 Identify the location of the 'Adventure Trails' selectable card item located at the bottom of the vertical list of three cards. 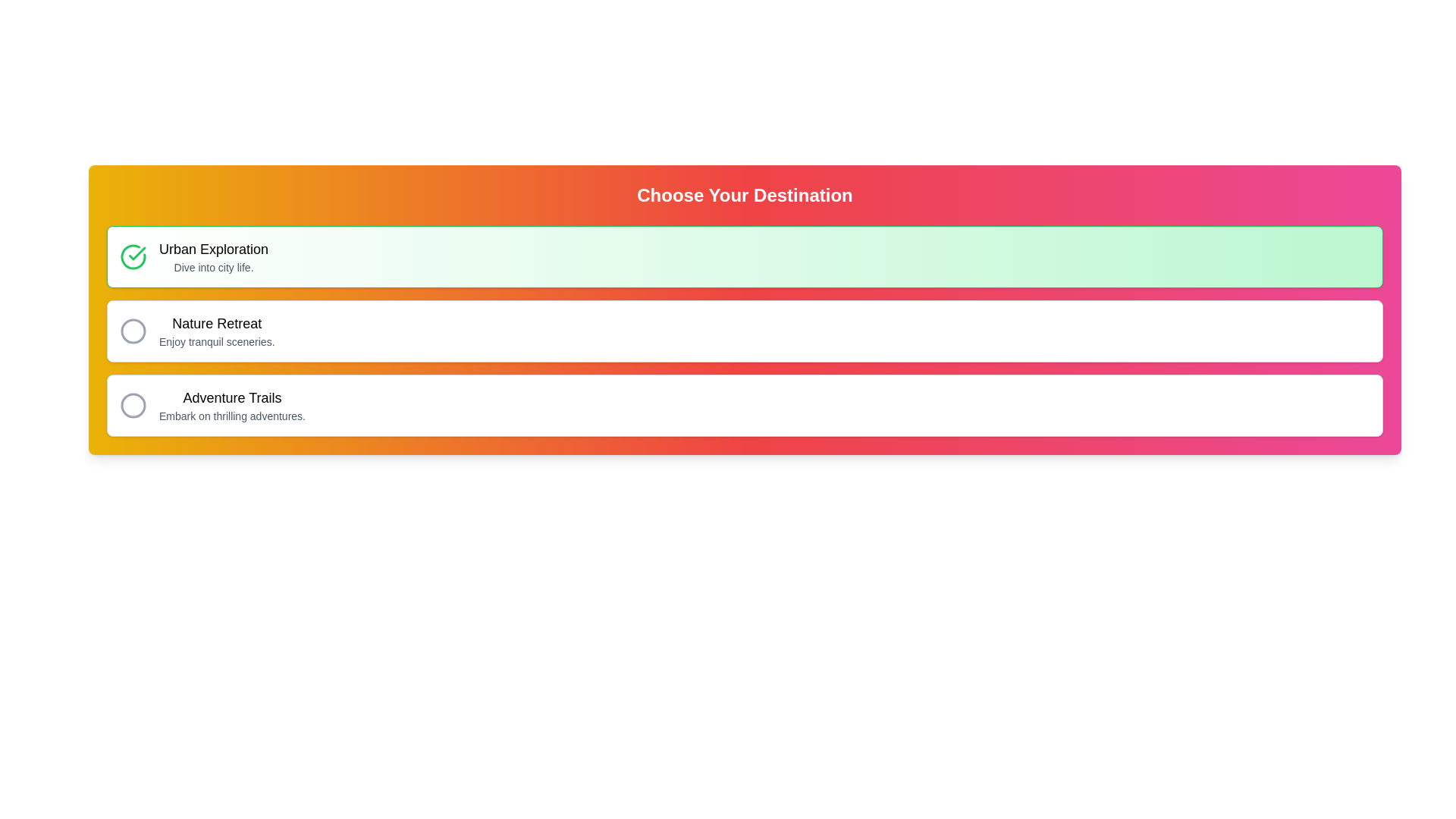
(745, 405).